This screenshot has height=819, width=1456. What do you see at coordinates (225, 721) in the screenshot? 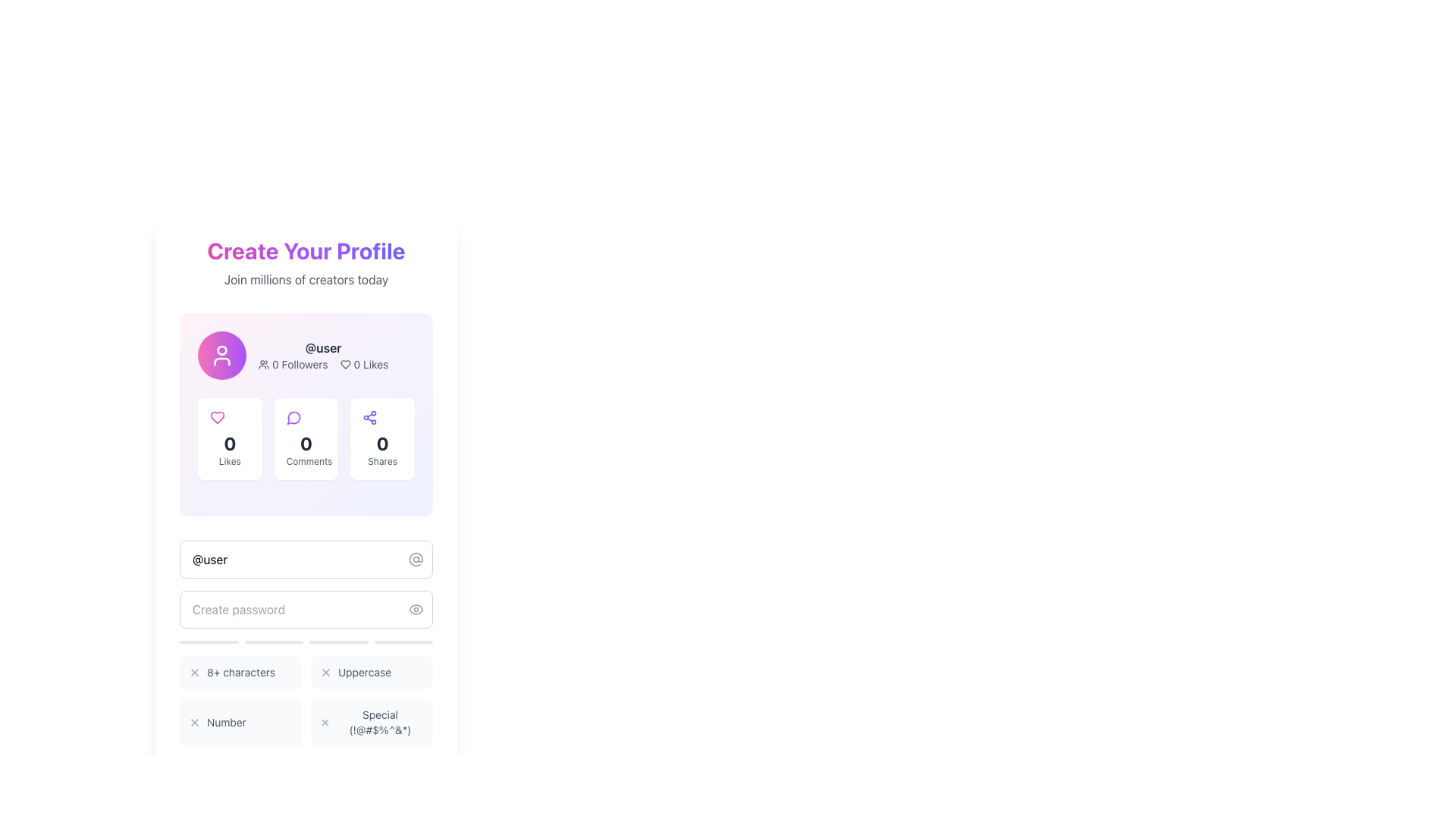
I see `the text label displaying 'Number', which is a small light gray text label located below the password creation section of the profile creation interface` at bounding box center [225, 721].